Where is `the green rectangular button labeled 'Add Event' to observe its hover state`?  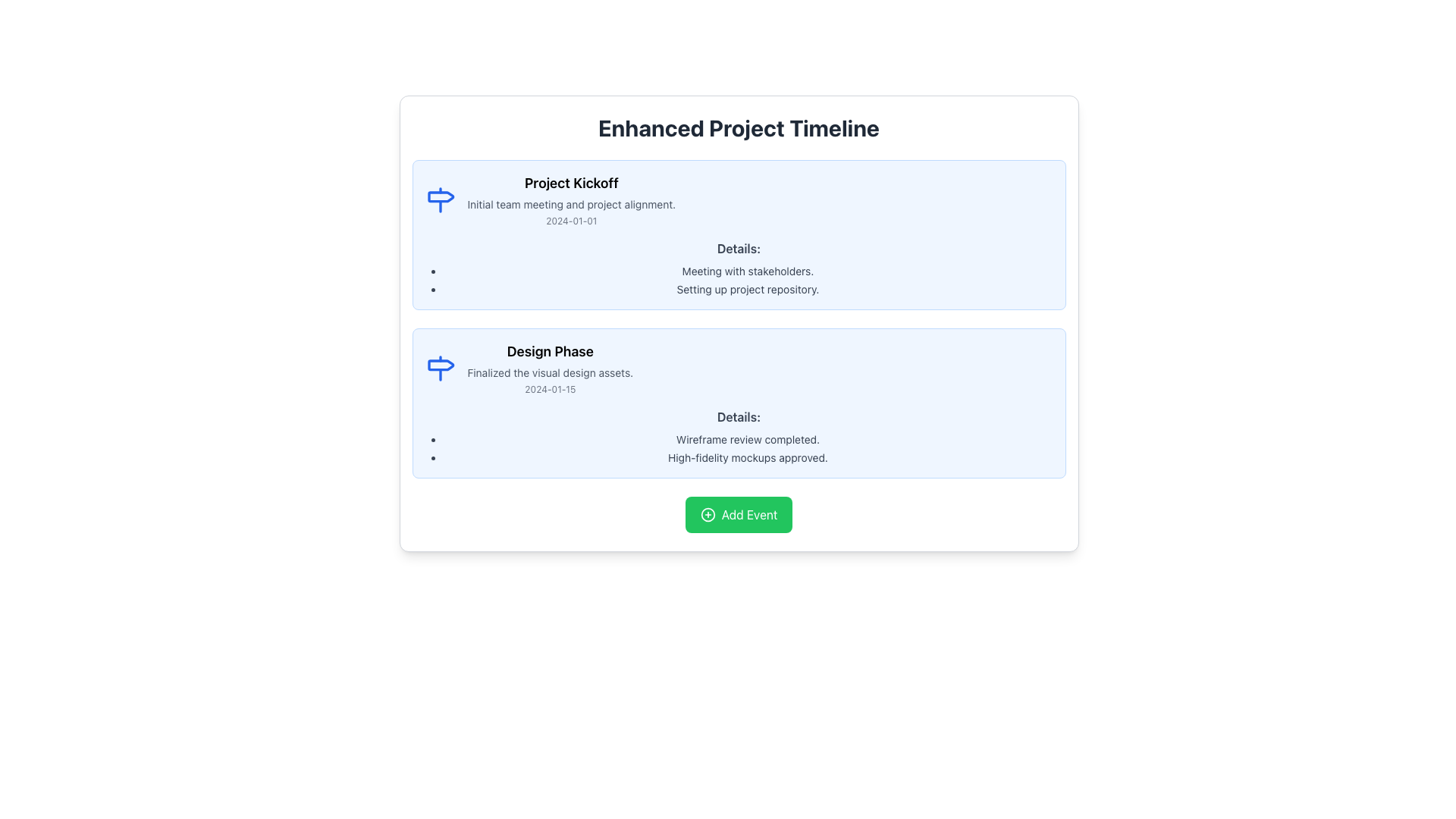 the green rectangular button labeled 'Add Event' to observe its hover state is located at coordinates (739, 513).